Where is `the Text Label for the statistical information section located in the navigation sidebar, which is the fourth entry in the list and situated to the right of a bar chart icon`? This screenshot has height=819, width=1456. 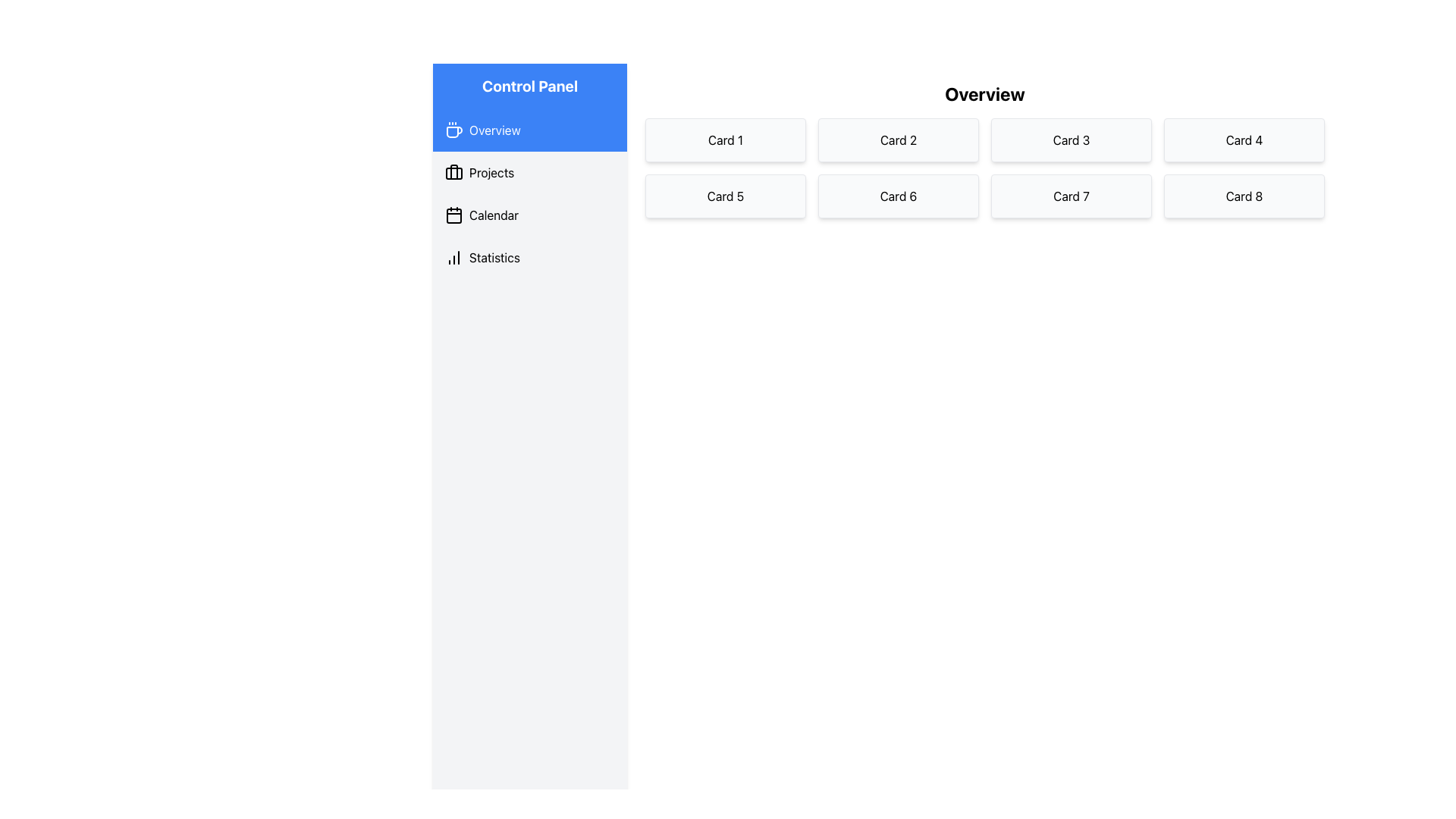 the Text Label for the statistical information section located in the navigation sidebar, which is the fourth entry in the list and situated to the right of a bar chart icon is located at coordinates (494, 256).